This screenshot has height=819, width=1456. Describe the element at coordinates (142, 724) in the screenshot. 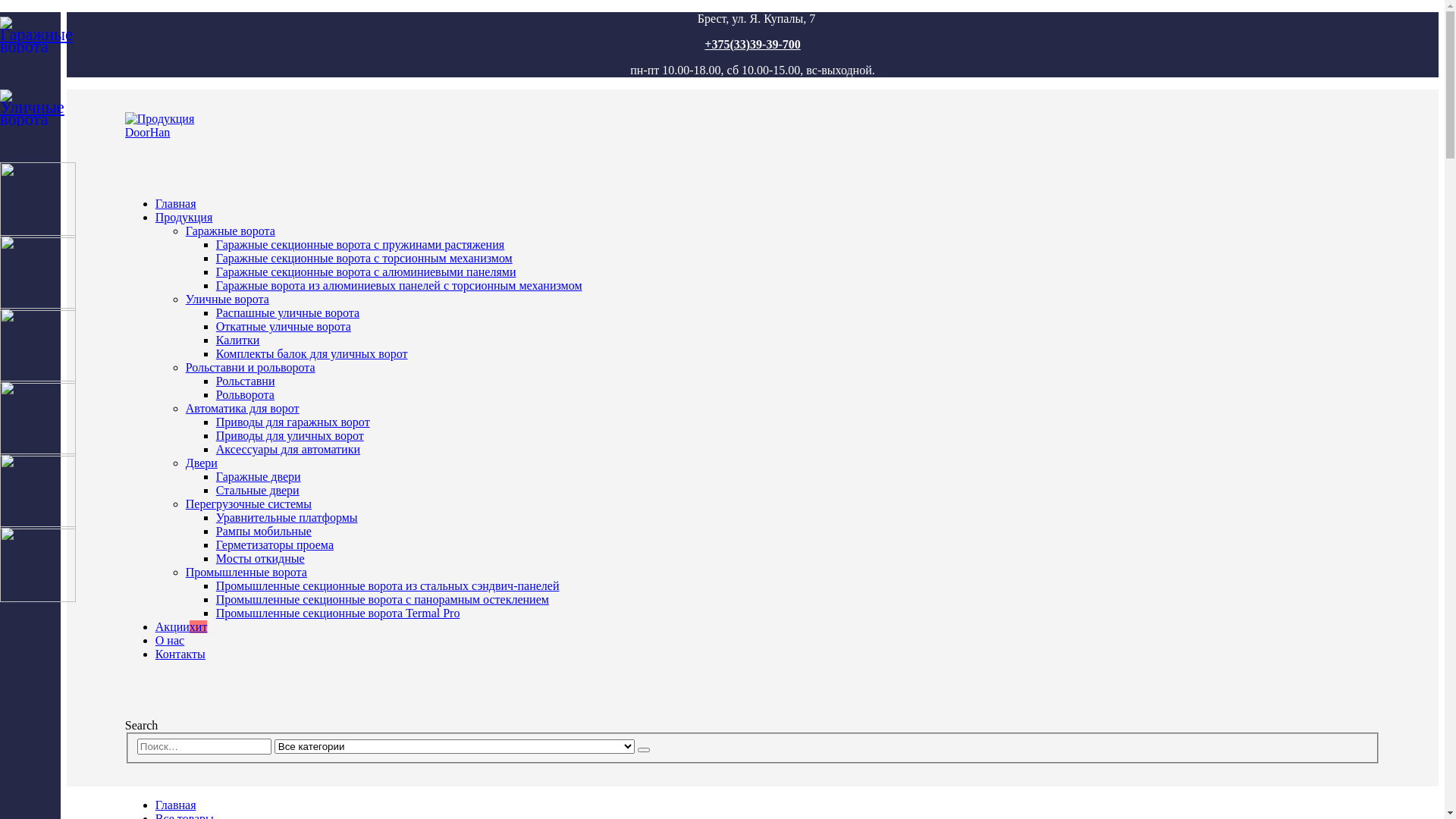

I see `'Search'` at that location.